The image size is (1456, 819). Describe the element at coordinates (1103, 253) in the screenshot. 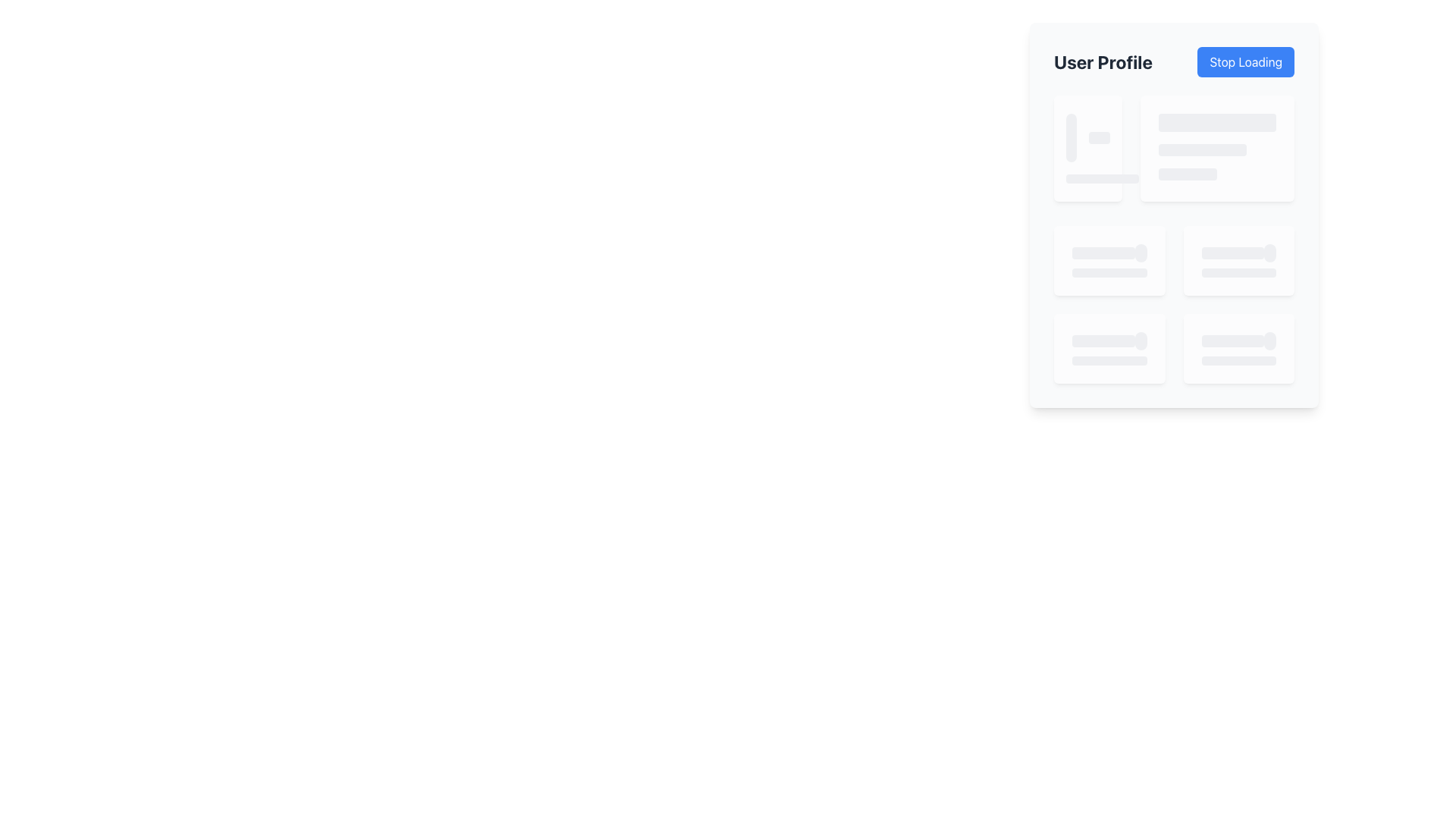

I see `the decorative placeholder or progress bar located towards the middle-right of the user interface, which serves as a loading state or inactive progress bar` at that location.